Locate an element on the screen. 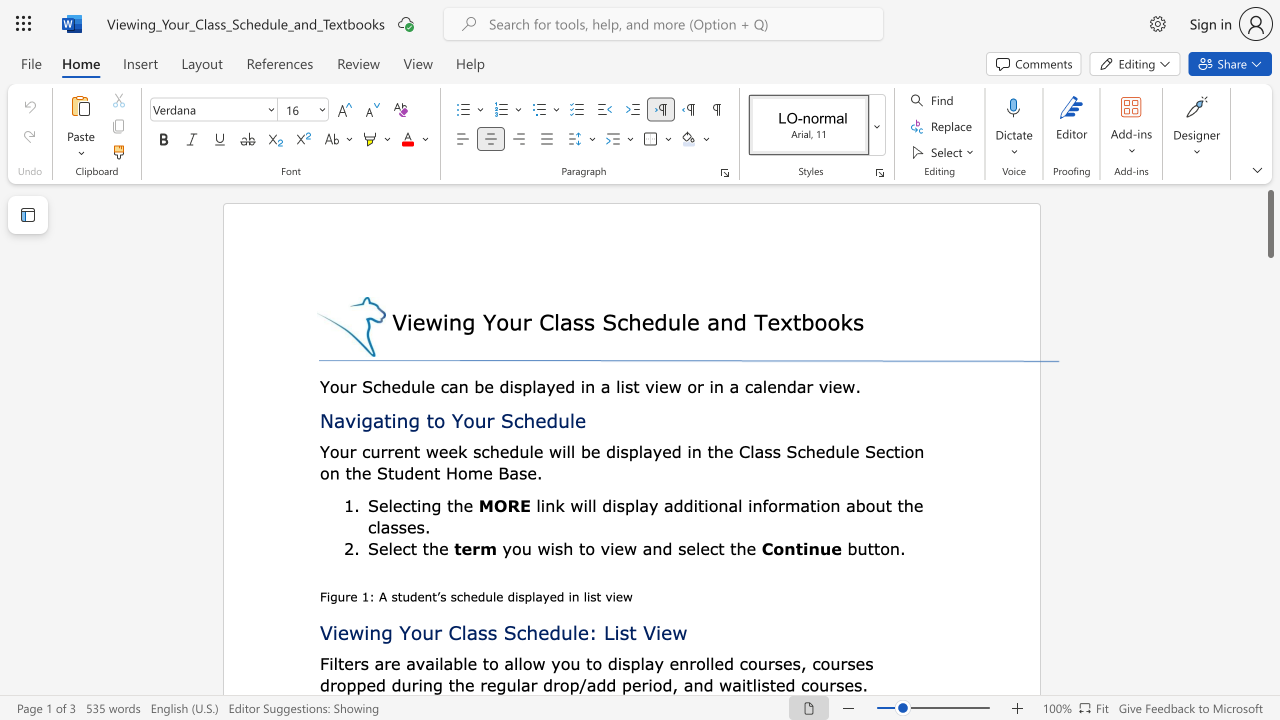  the scrollbar to scroll the page down is located at coordinates (1269, 660).